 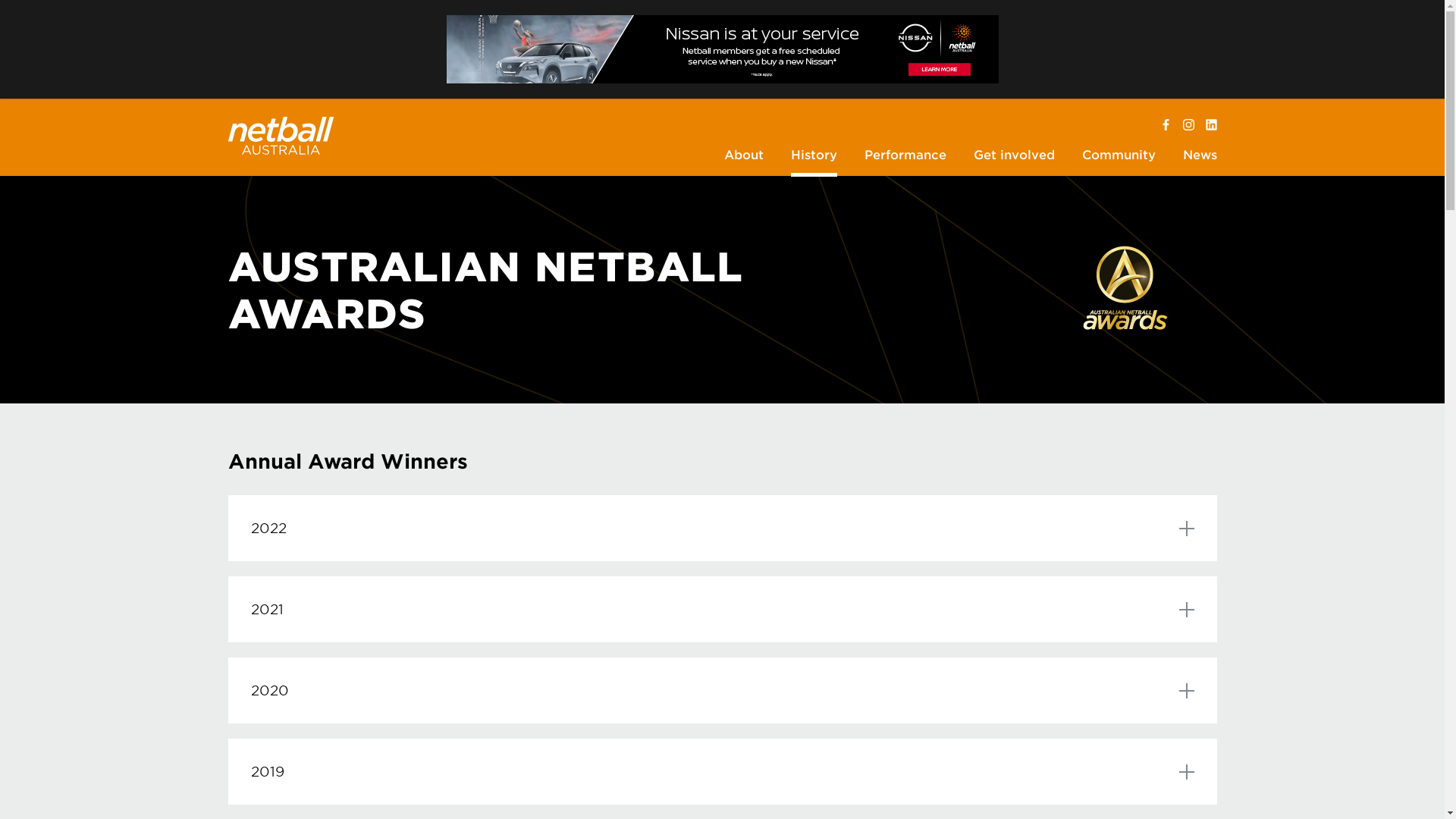 What do you see at coordinates (905, 156) in the screenshot?
I see `'Performance'` at bounding box center [905, 156].